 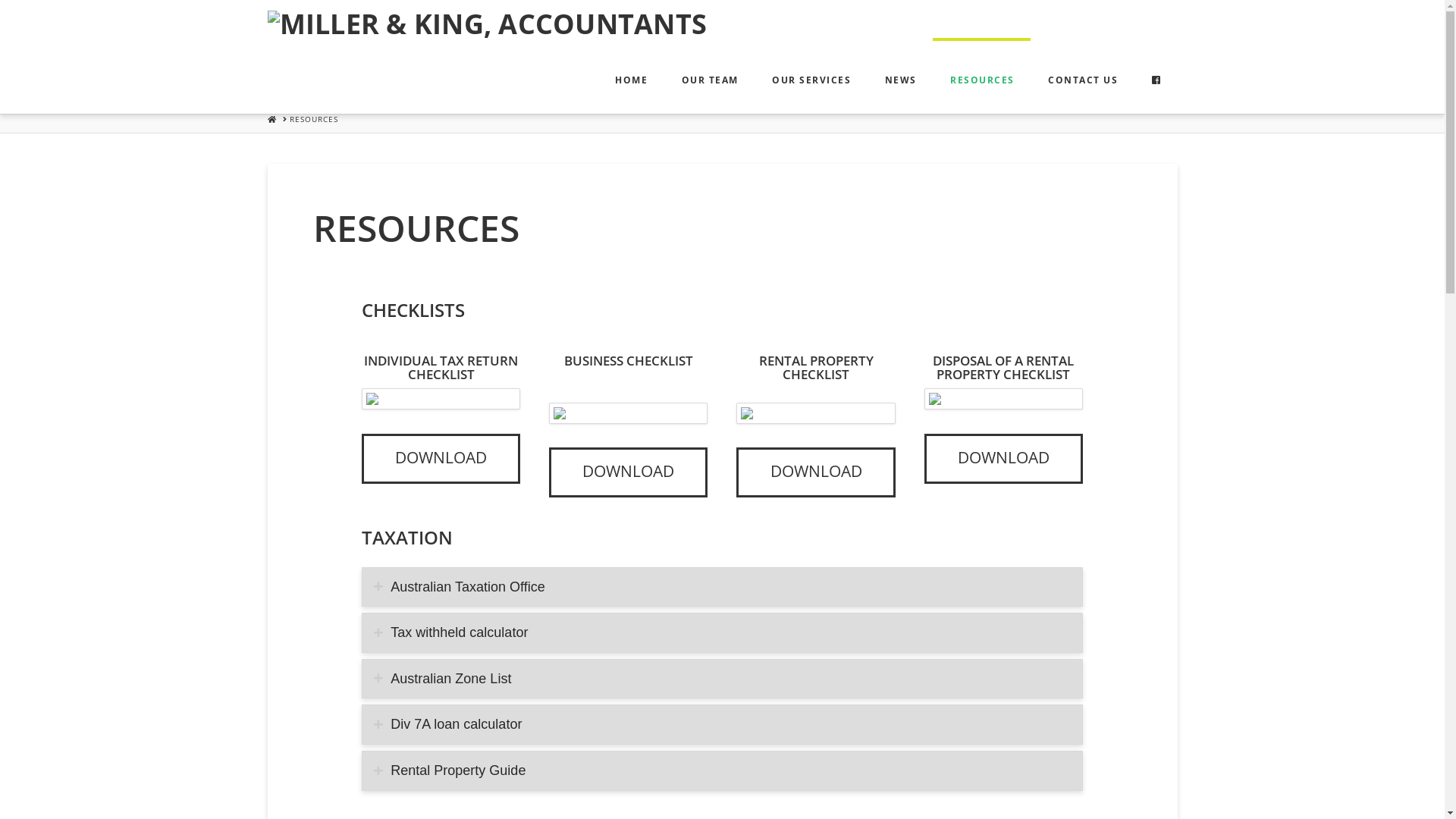 What do you see at coordinates (664, 76) in the screenshot?
I see `'OUR TEAM'` at bounding box center [664, 76].